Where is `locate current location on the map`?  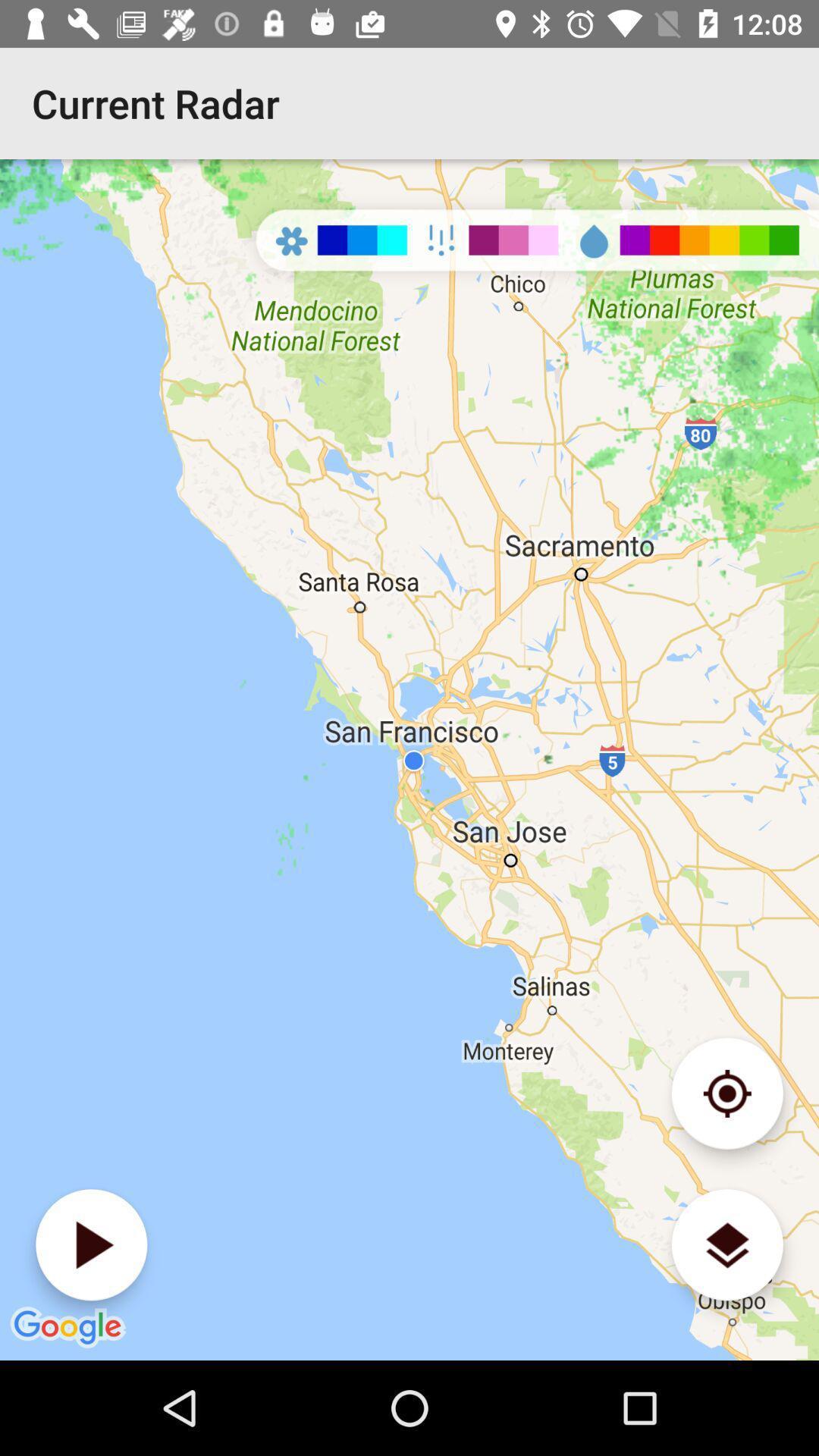 locate current location on the map is located at coordinates (726, 1094).